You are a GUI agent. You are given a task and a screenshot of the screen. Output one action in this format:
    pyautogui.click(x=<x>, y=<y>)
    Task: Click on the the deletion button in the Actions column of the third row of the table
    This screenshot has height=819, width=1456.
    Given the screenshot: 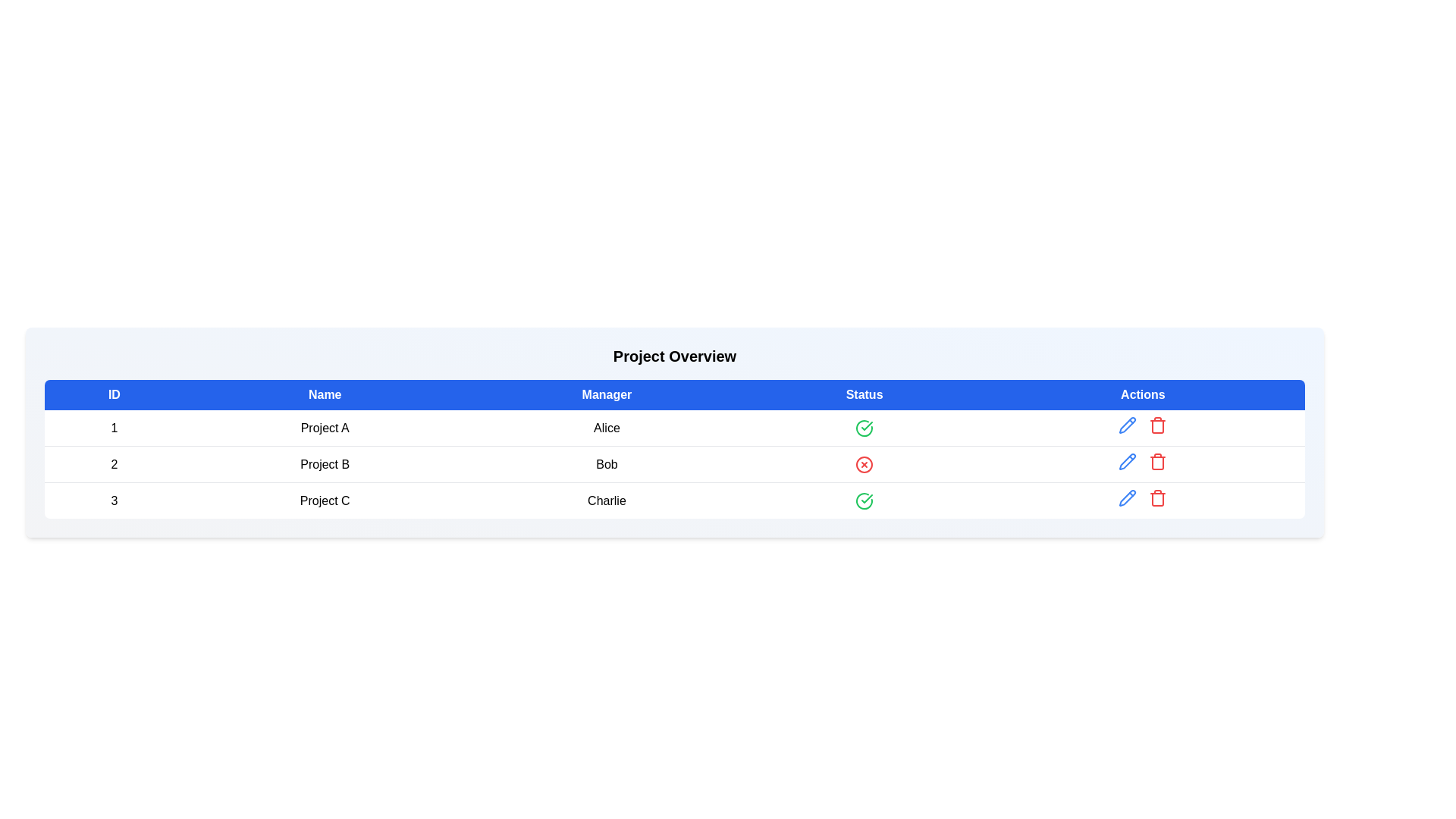 What is the action you would take?
    pyautogui.click(x=1157, y=497)
    